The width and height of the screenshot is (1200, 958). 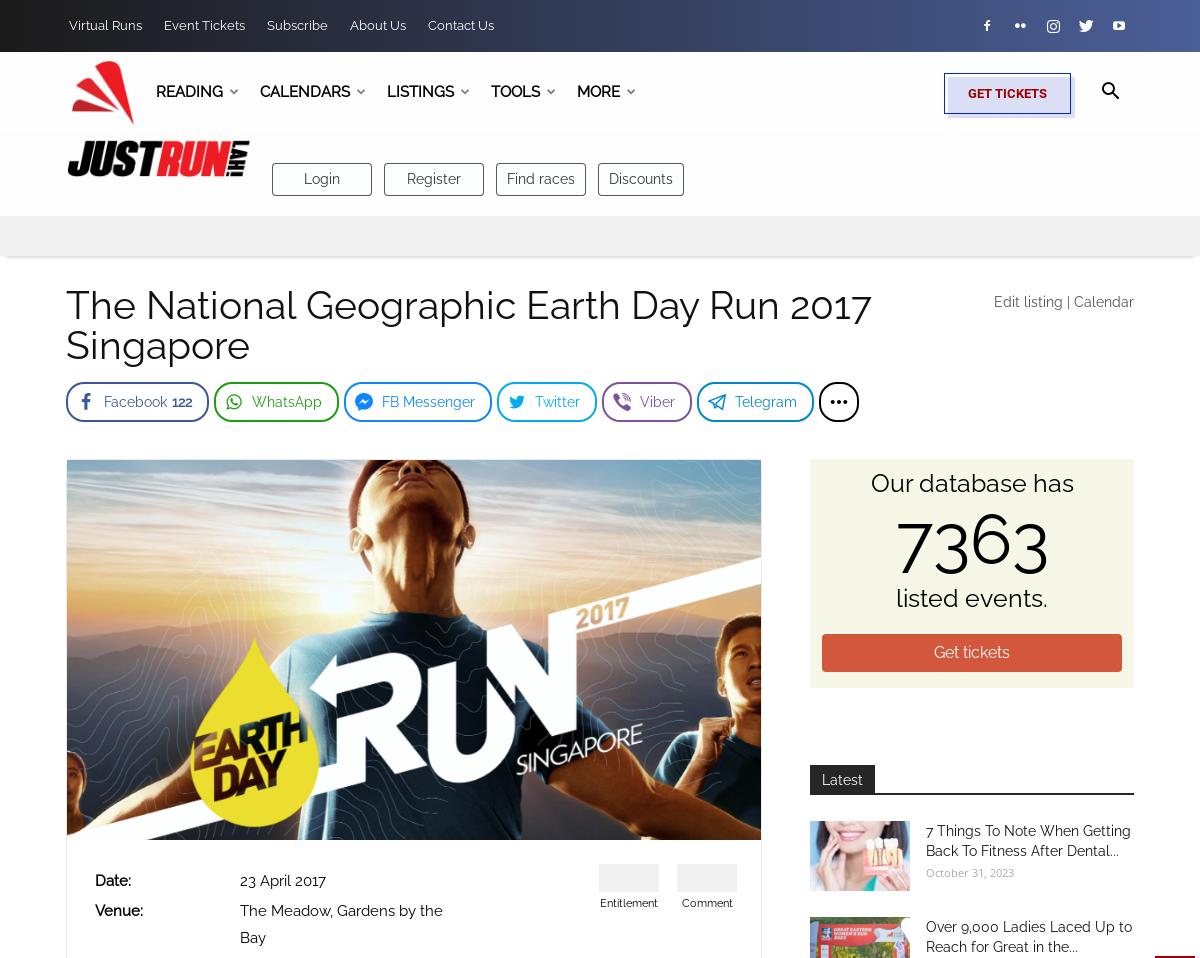 I want to click on 'October 31, 2023', so click(x=969, y=870).